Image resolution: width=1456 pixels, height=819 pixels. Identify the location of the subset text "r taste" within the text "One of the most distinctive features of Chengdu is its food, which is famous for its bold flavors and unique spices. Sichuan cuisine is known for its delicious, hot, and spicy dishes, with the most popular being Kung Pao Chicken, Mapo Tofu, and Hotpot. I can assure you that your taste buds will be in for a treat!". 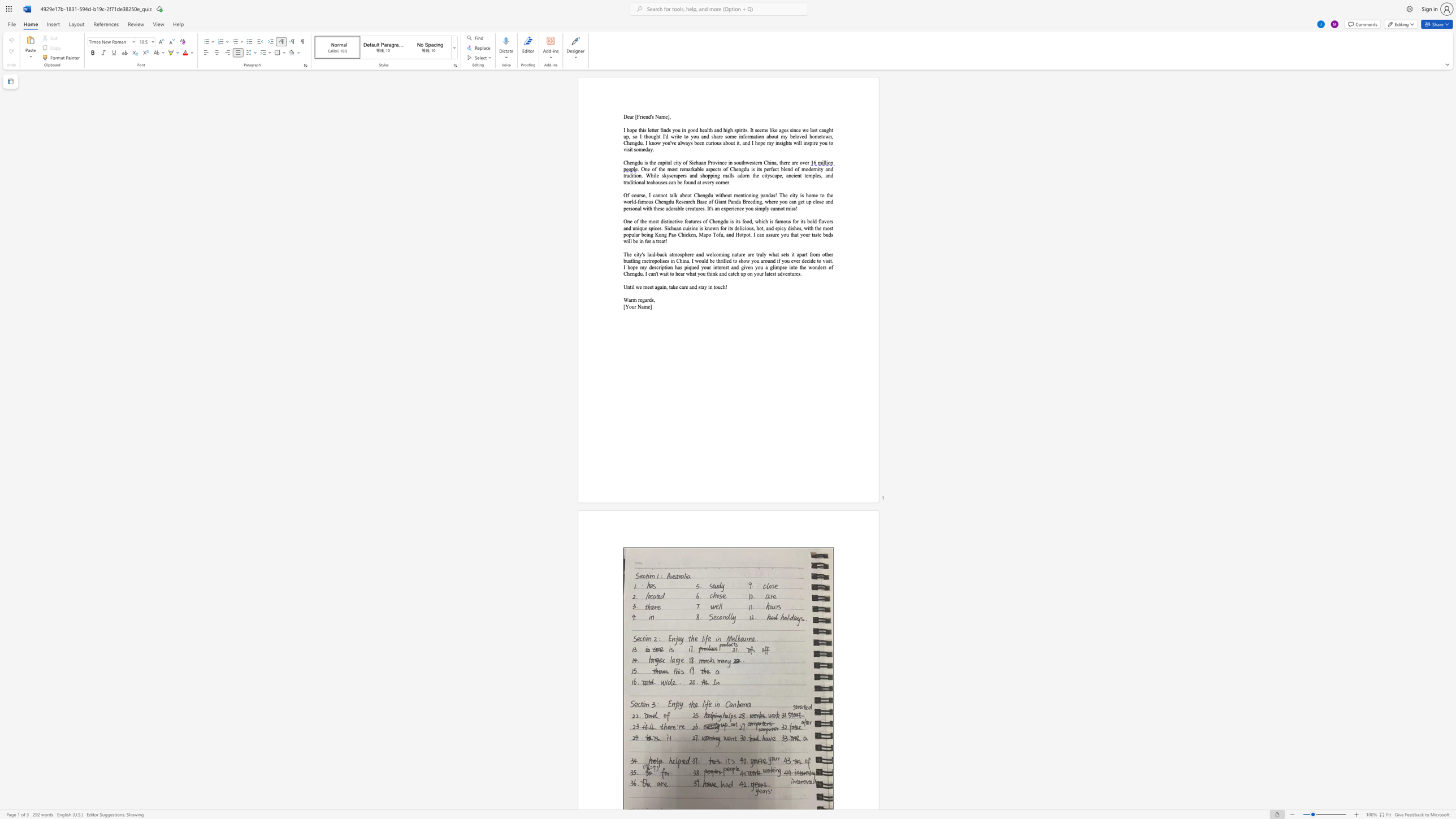
(808, 234).